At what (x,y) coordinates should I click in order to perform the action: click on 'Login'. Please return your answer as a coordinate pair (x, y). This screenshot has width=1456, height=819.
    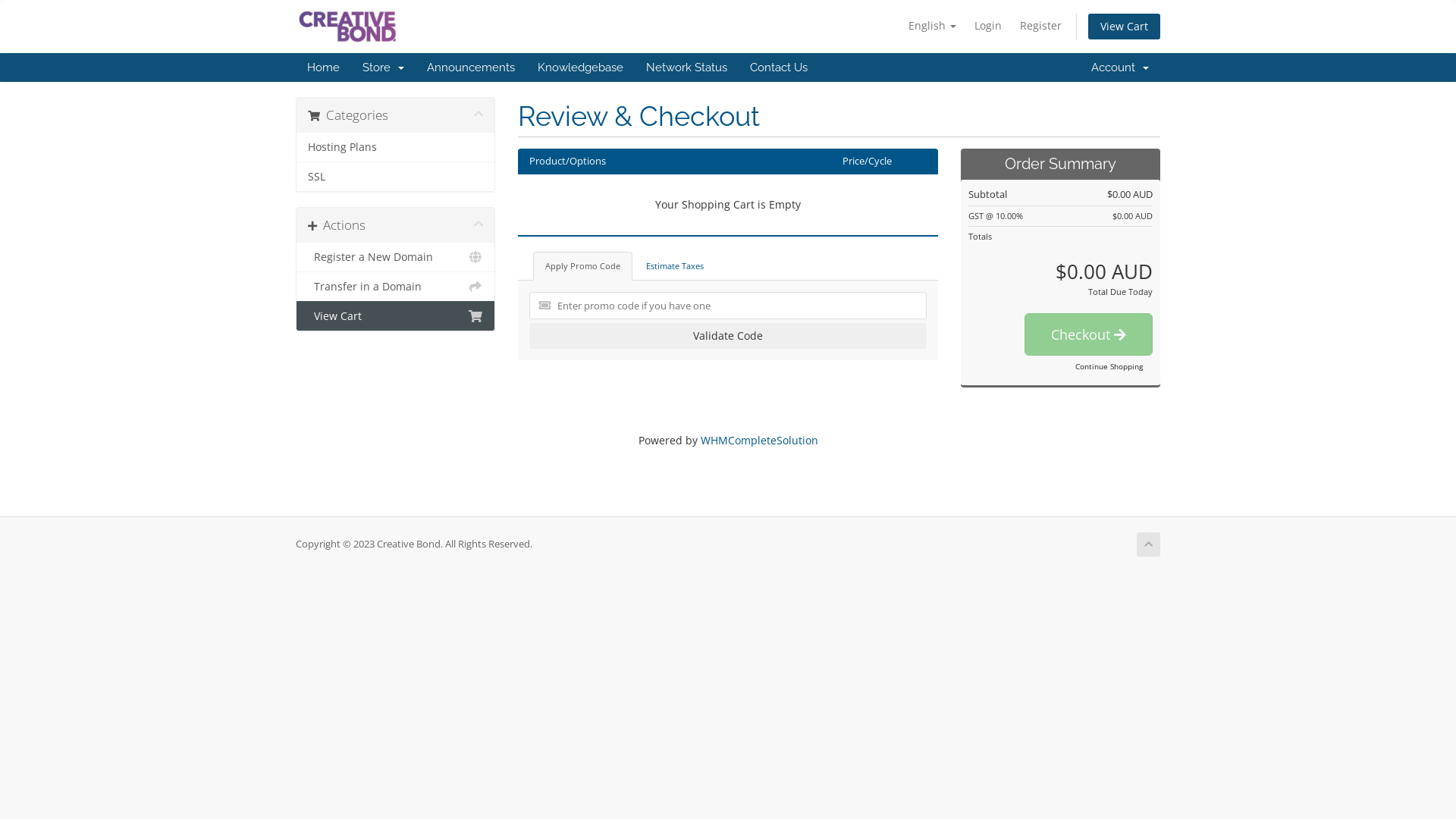
    Looking at the image, I should click on (966, 26).